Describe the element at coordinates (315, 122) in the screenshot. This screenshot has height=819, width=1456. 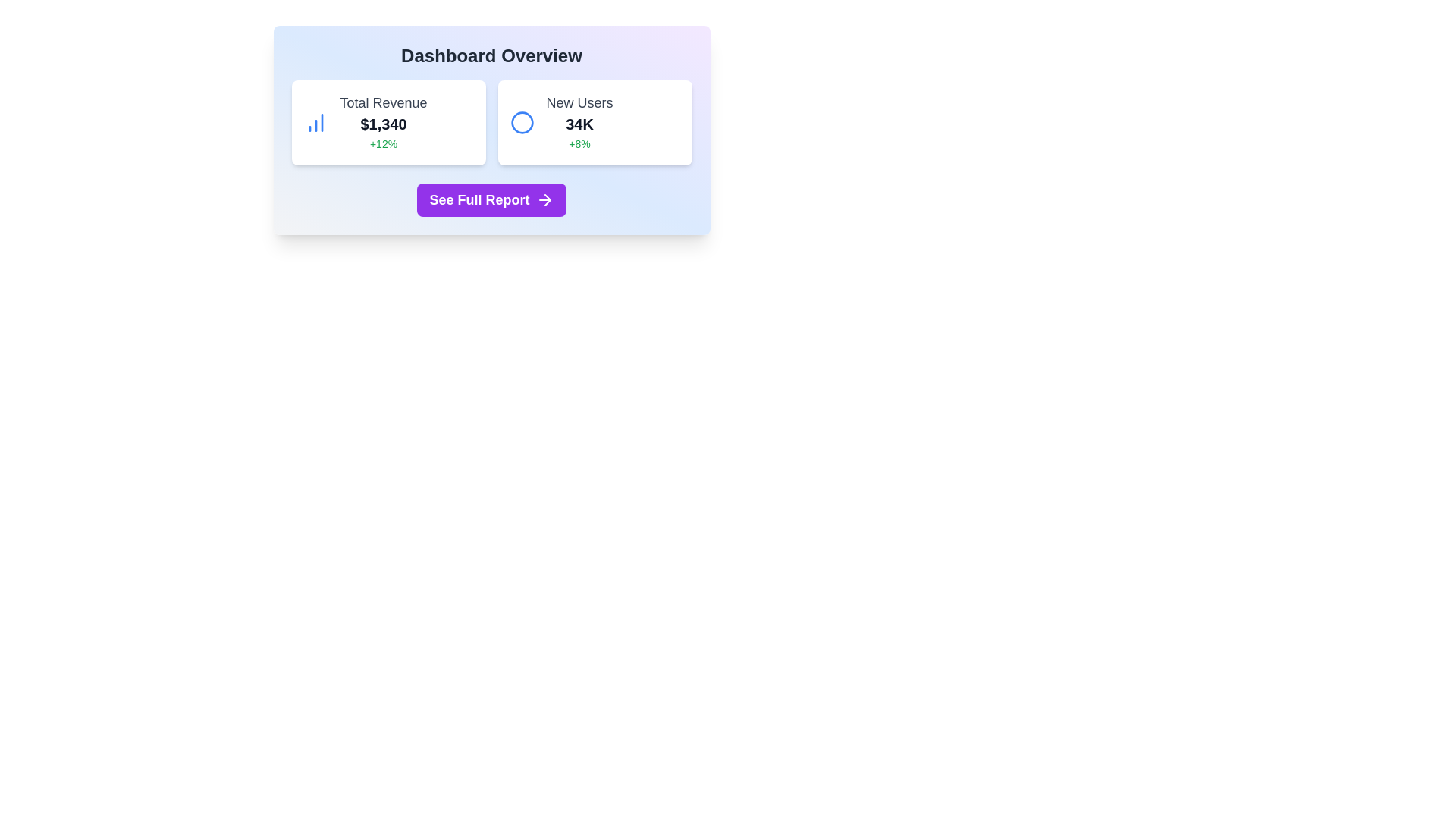
I see `the decorative icon located in the upper-left corner of the 'Total Revenue' card, positioned to the left of the '$1,340' value and the '+12%' text` at that location.